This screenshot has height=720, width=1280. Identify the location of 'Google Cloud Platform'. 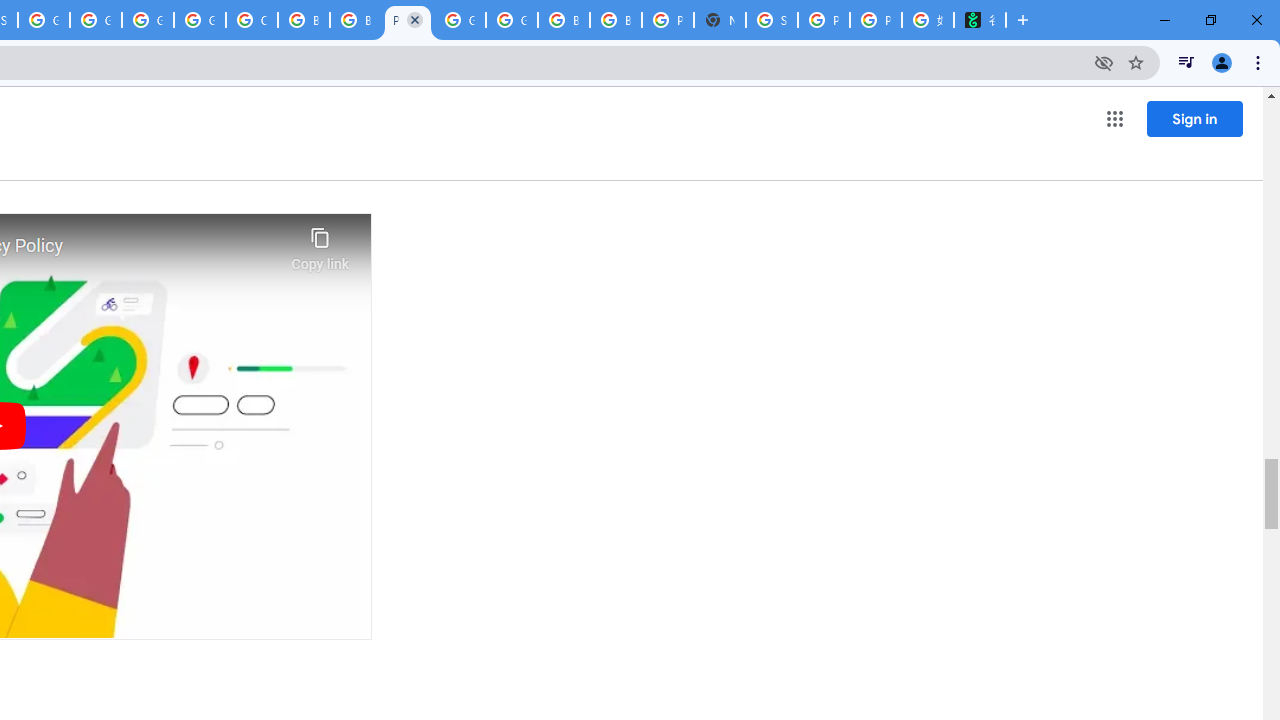
(512, 20).